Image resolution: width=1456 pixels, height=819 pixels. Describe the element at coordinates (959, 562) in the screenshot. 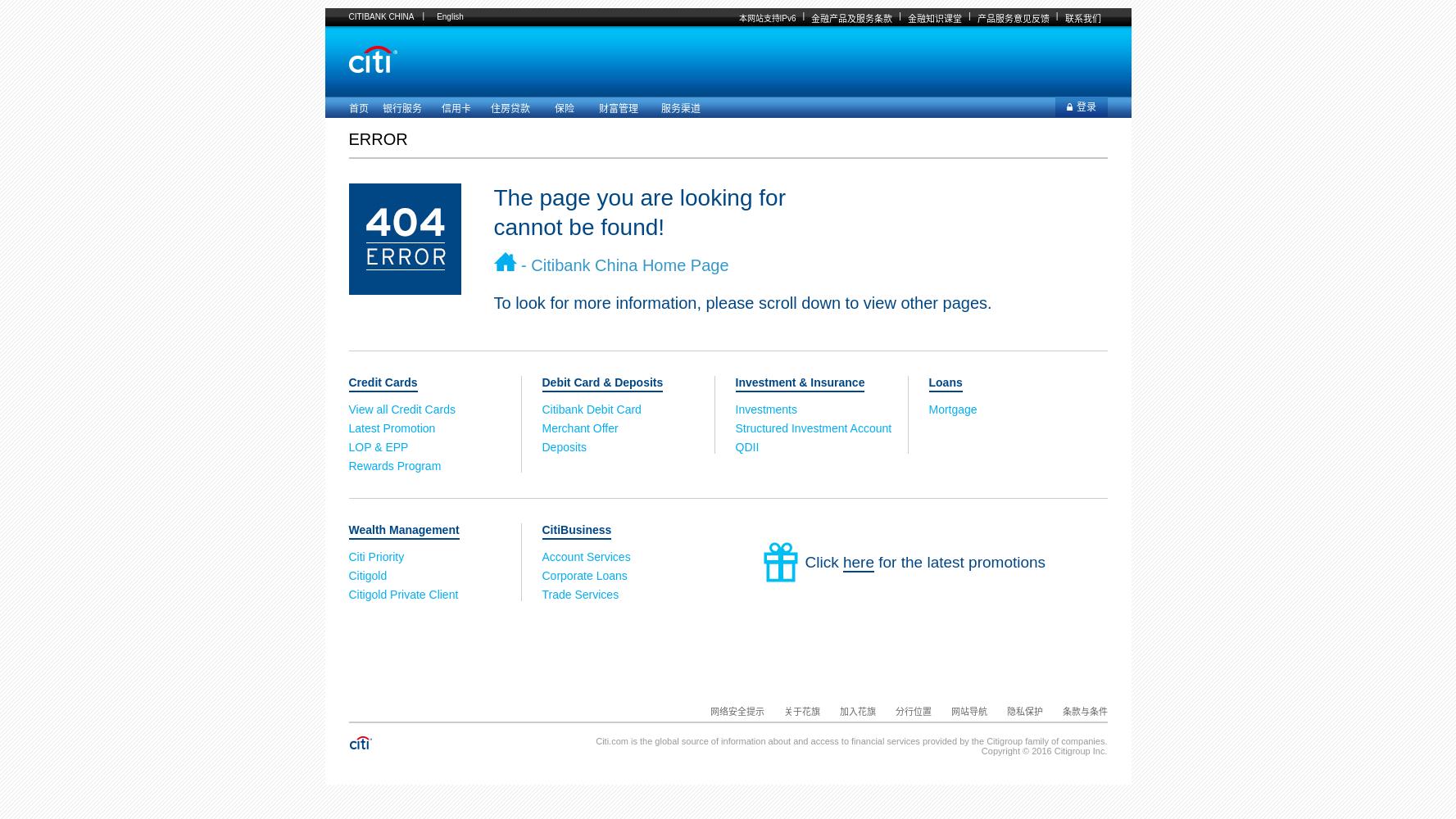

I see `'for the latest promotions'` at that location.